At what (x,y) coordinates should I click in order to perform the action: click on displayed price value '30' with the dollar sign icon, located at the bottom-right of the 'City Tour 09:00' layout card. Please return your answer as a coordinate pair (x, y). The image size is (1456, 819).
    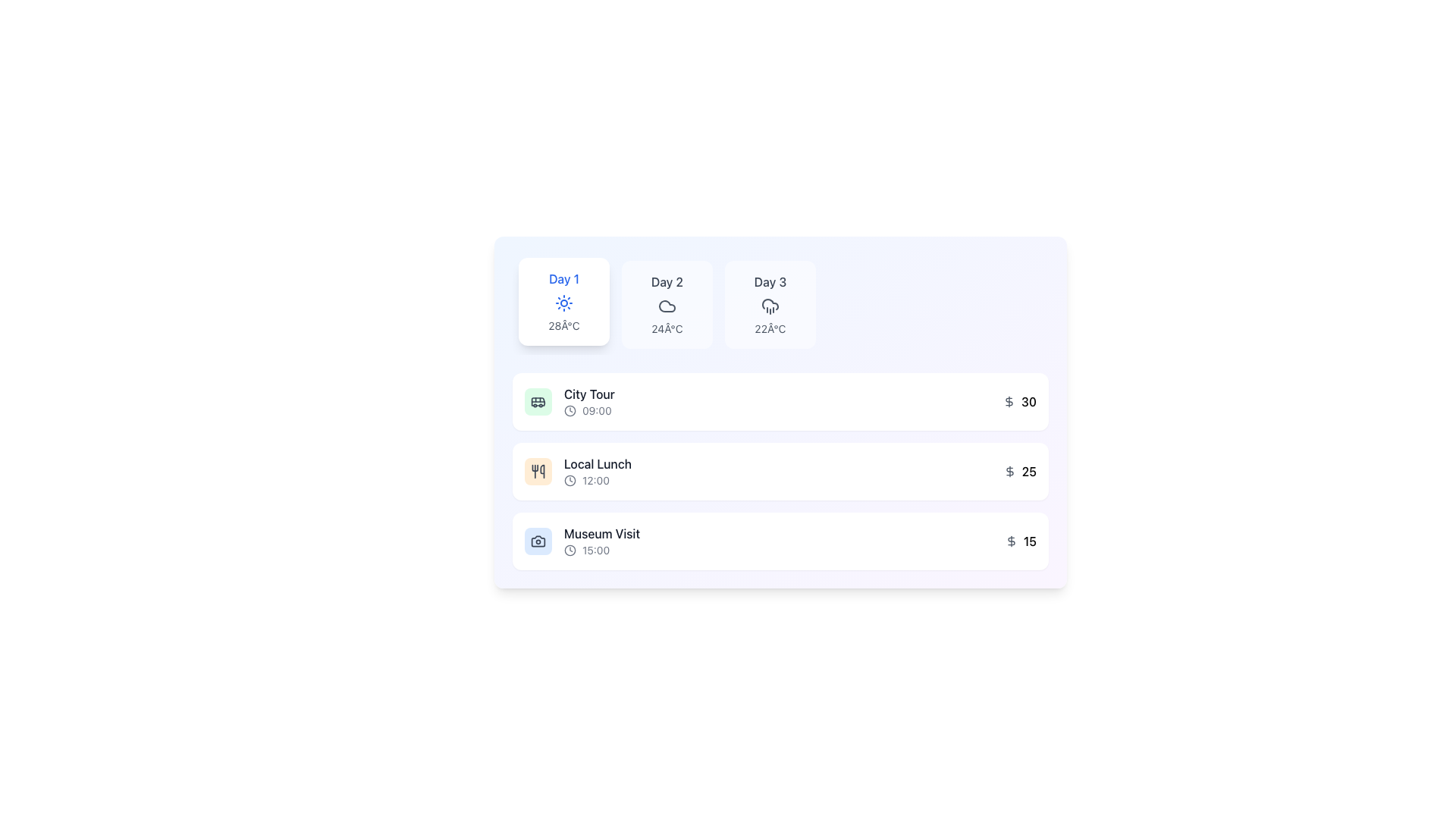
    Looking at the image, I should click on (1019, 400).